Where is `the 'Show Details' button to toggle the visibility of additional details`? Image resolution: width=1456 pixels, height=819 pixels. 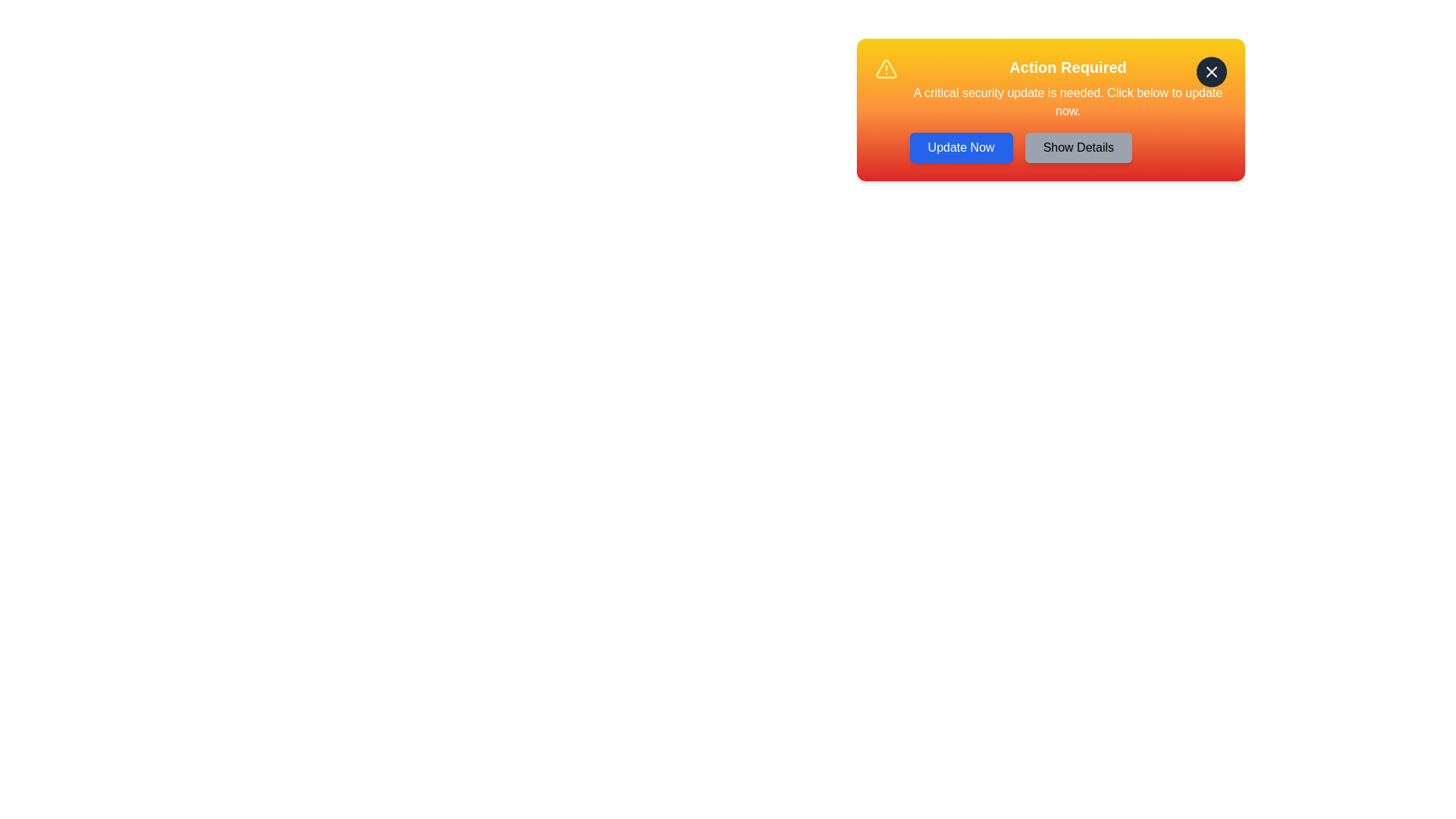 the 'Show Details' button to toggle the visibility of additional details is located at coordinates (1077, 148).